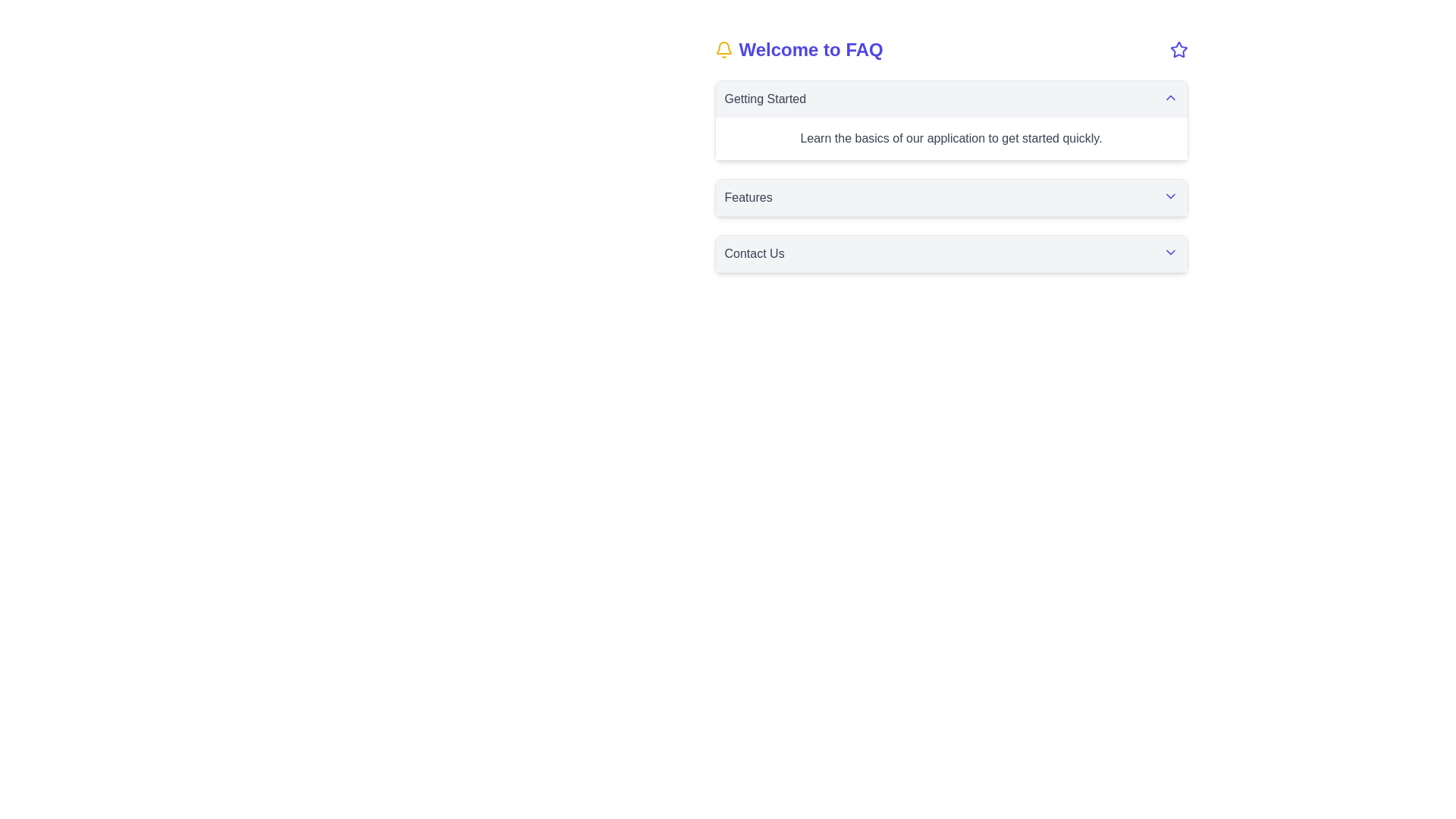  I want to click on the downward-pointing chevron icon with indigo blue stroke located at the right end of the 'Features' bar, so click(1169, 195).